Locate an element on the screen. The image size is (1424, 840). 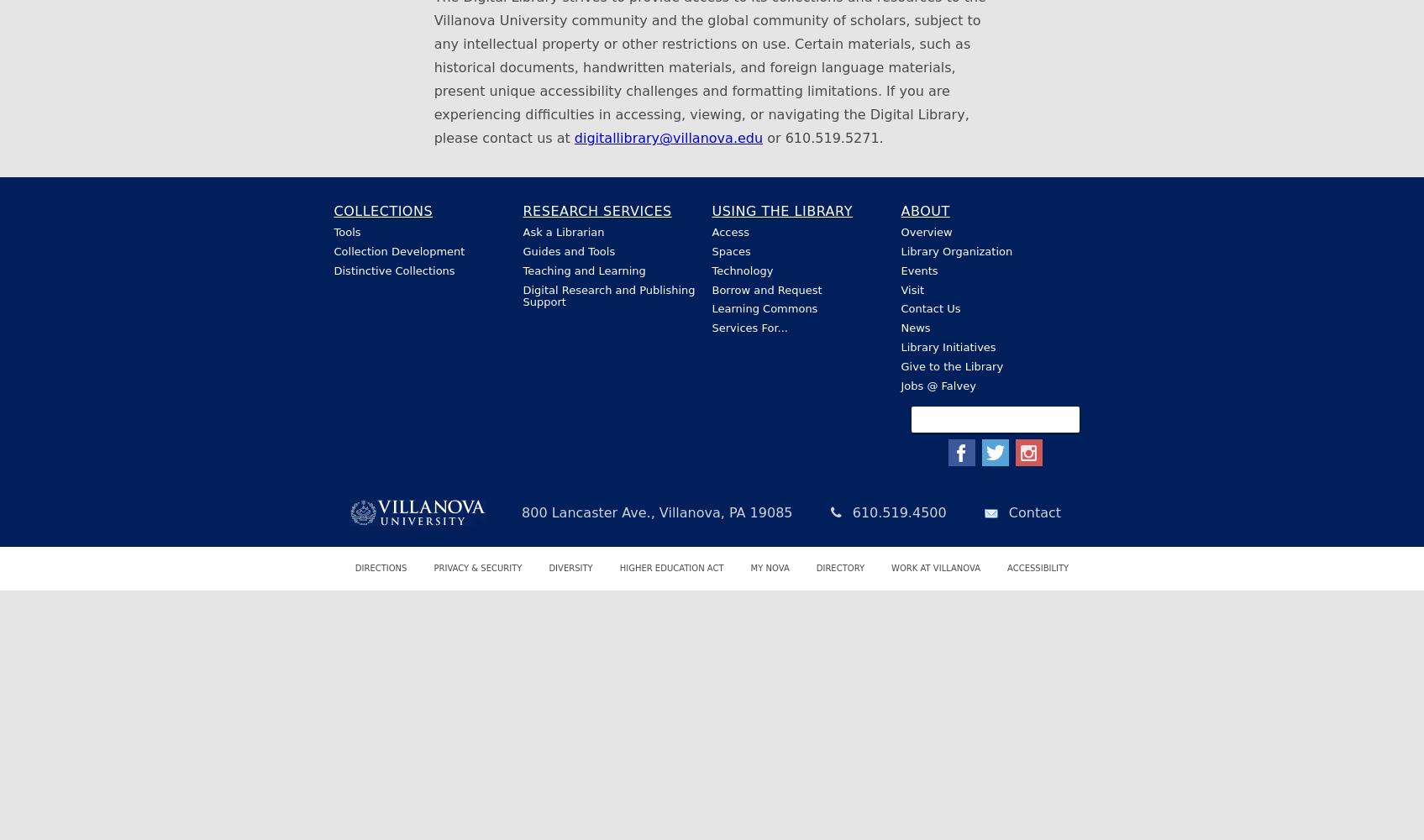
'610.519.4500' is located at coordinates (896, 512).